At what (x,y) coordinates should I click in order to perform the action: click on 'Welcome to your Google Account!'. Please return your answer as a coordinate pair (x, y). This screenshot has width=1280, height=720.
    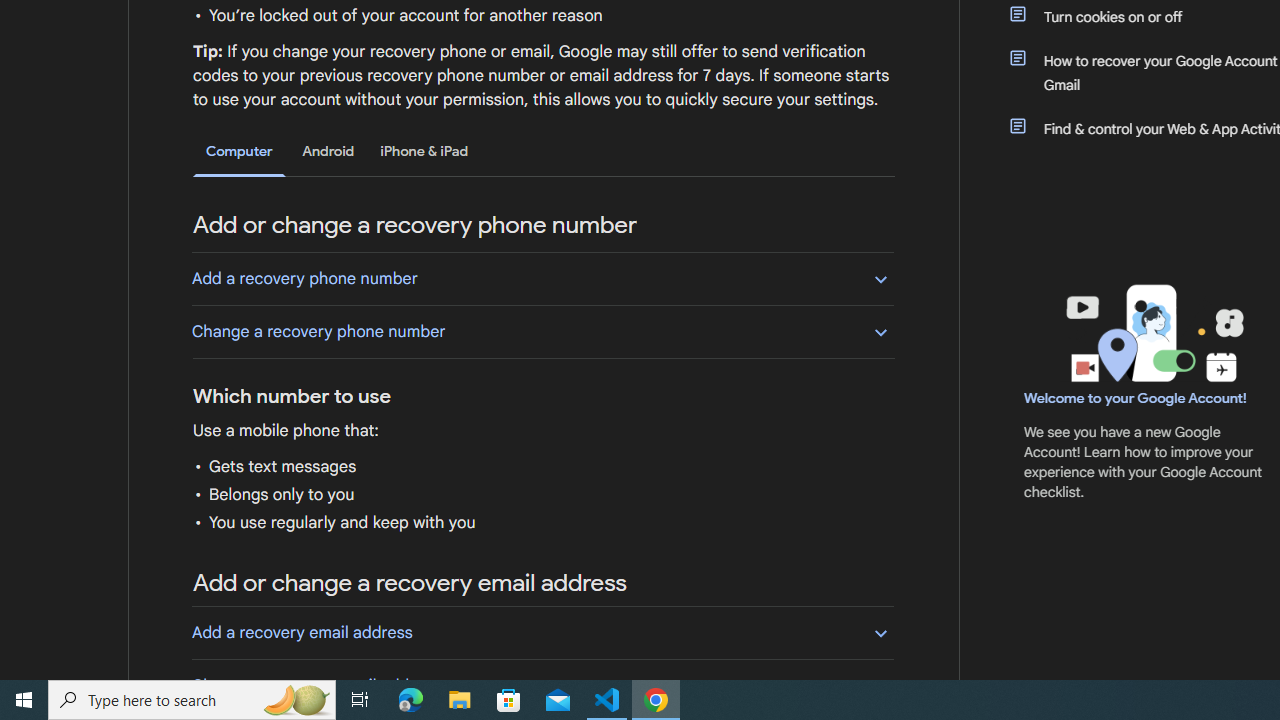
    Looking at the image, I should click on (1135, 397).